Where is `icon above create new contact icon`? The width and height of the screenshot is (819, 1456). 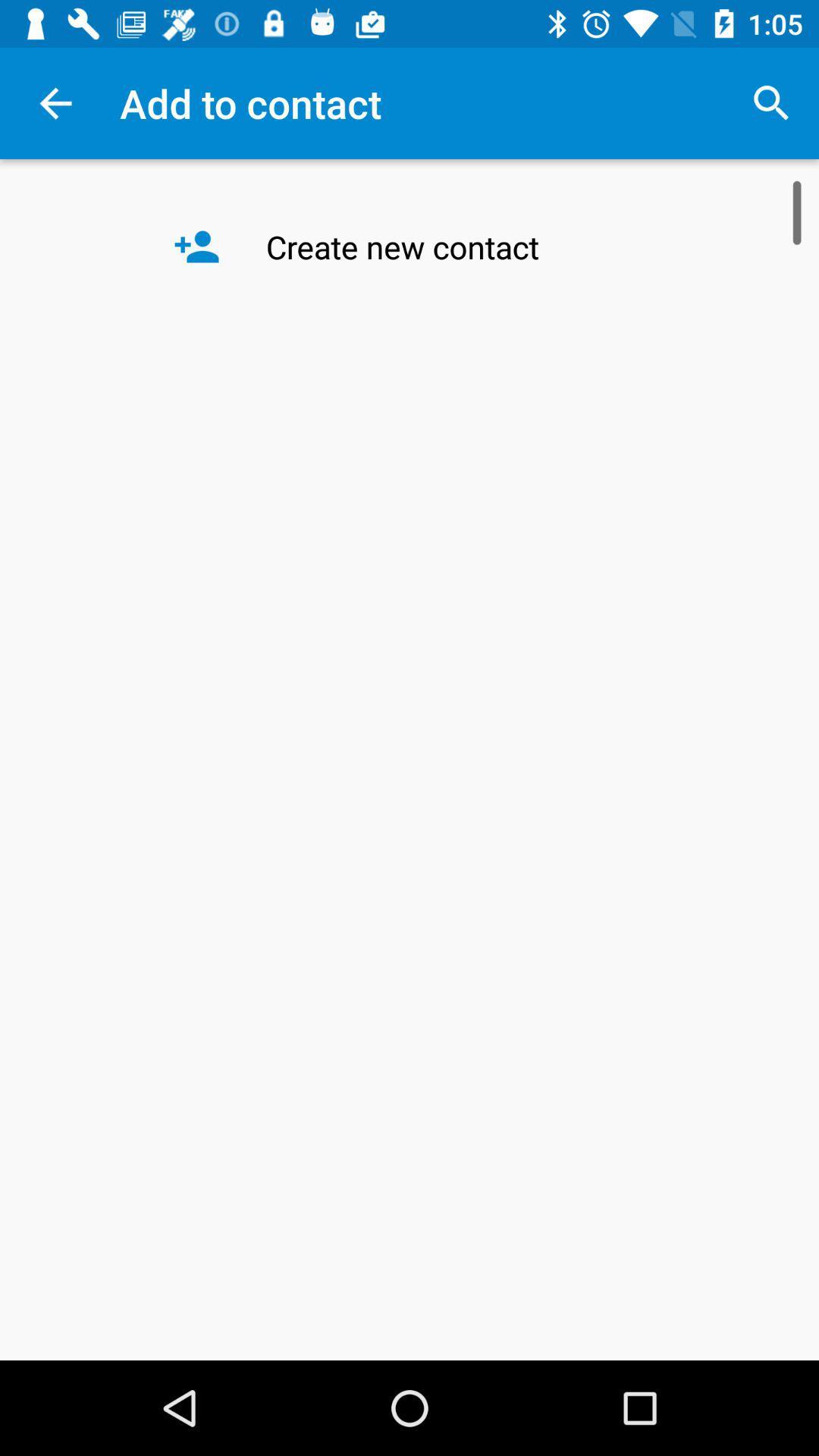 icon above create new contact icon is located at coordinates (771, 102).